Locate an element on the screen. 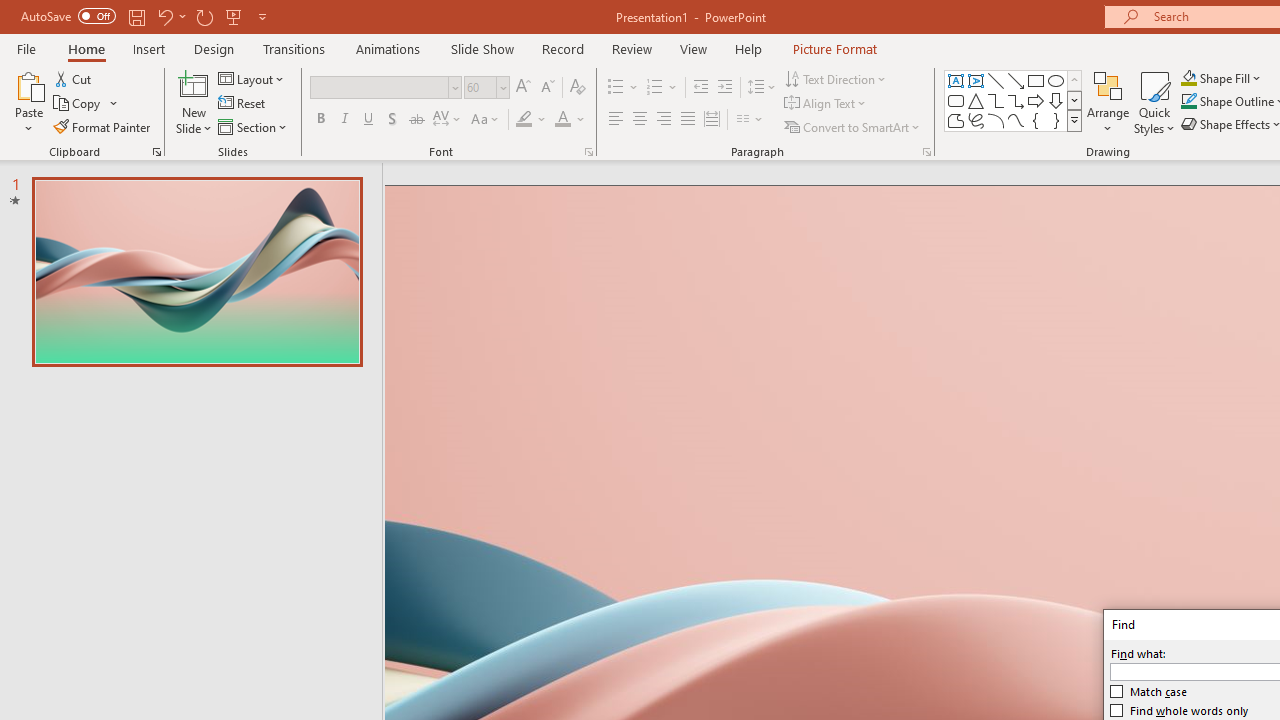 The image size is (1280, 720). 'Freeform: Scribble' is located at coordinates (976, 120).